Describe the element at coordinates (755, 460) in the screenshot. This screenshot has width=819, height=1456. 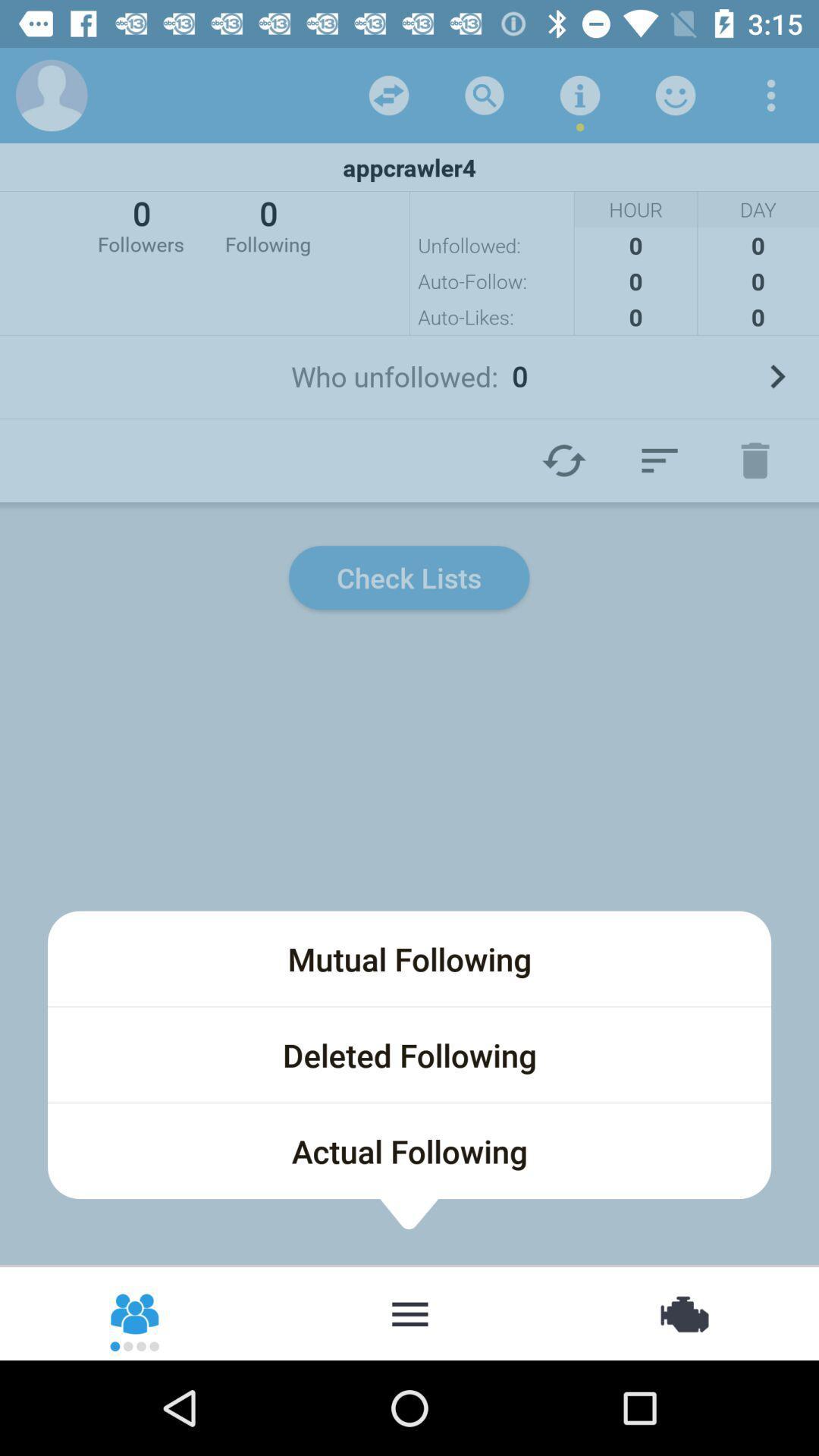
I see `delete appcrawler4` at that location.